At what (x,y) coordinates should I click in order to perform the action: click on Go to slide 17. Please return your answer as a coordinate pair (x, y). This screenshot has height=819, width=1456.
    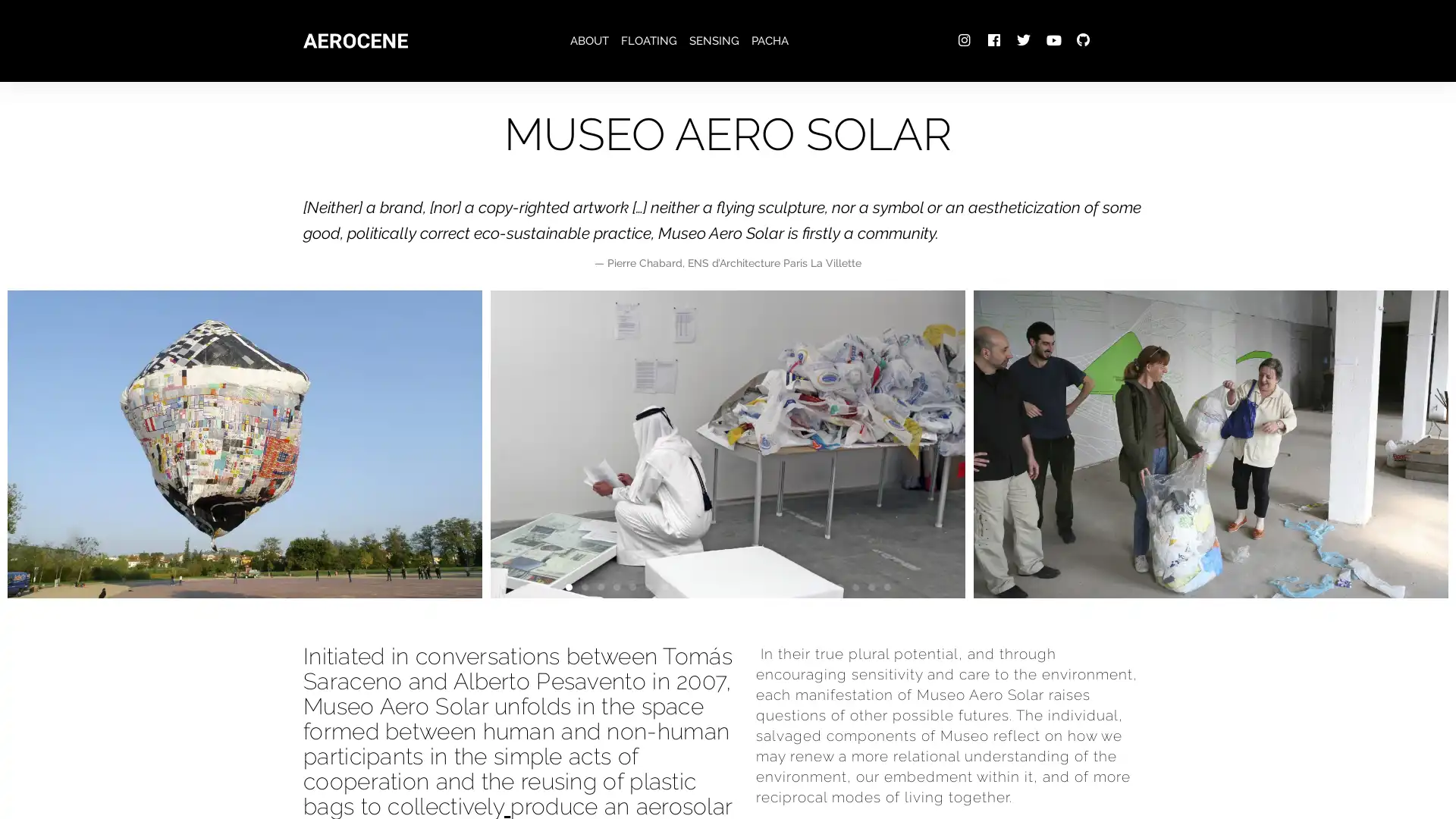
    Looking at the image, I should click on (822, 586).